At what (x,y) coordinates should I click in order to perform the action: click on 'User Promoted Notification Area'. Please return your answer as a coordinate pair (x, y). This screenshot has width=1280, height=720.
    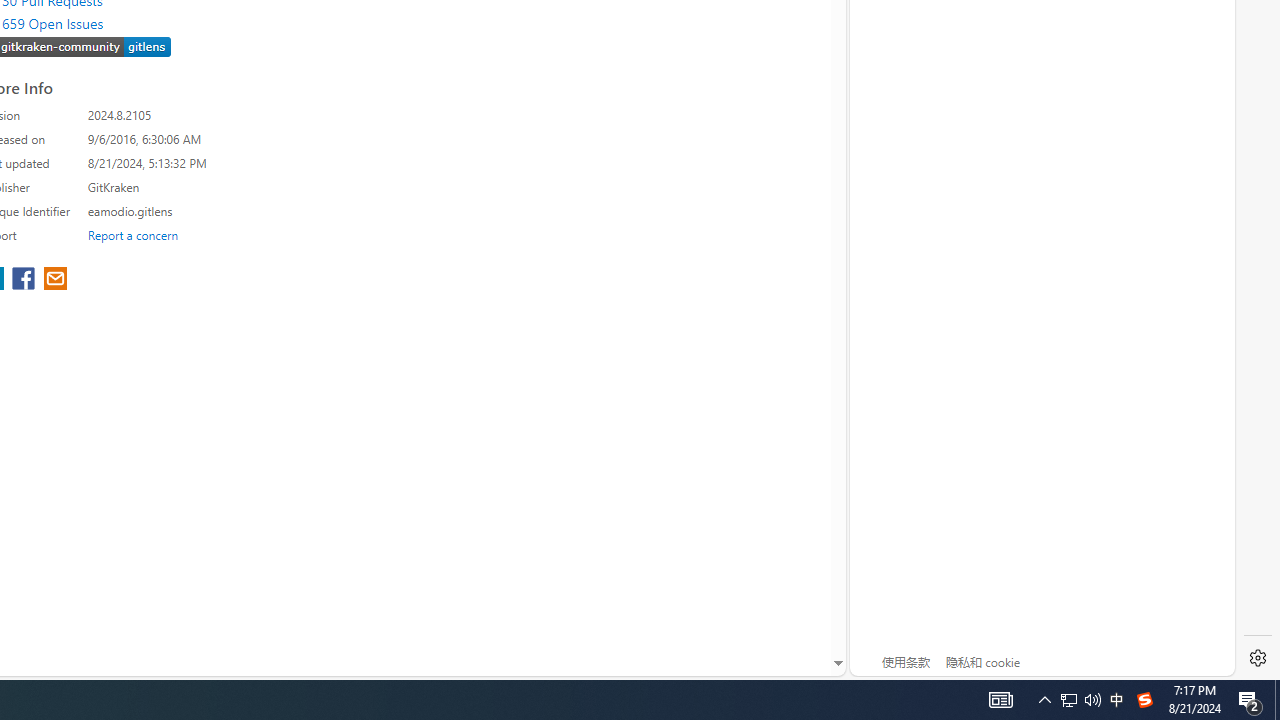
    Looking at the image, I should click on (1079, 698).